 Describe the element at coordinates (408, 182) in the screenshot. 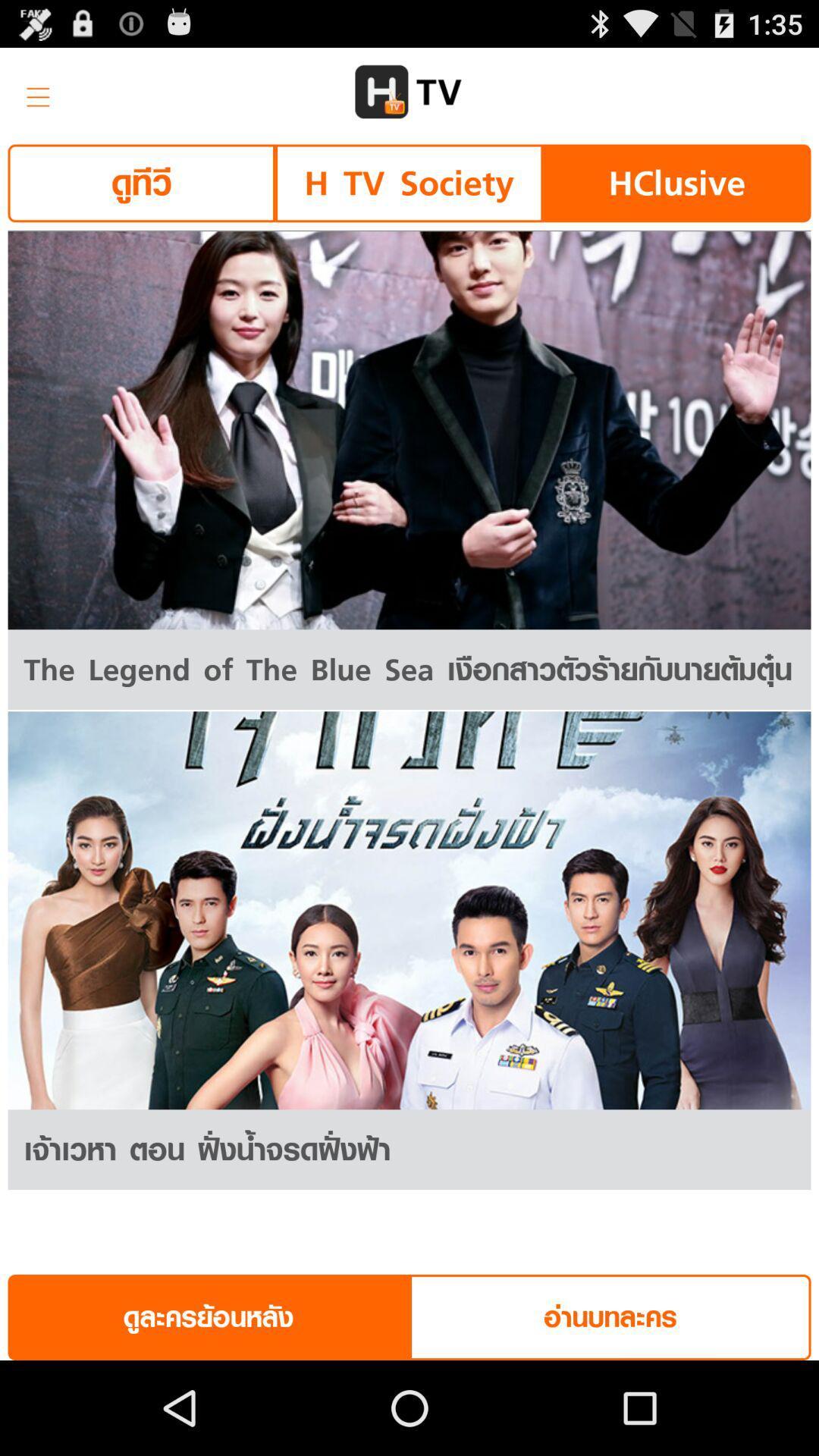

I see `h tv society` at that location.